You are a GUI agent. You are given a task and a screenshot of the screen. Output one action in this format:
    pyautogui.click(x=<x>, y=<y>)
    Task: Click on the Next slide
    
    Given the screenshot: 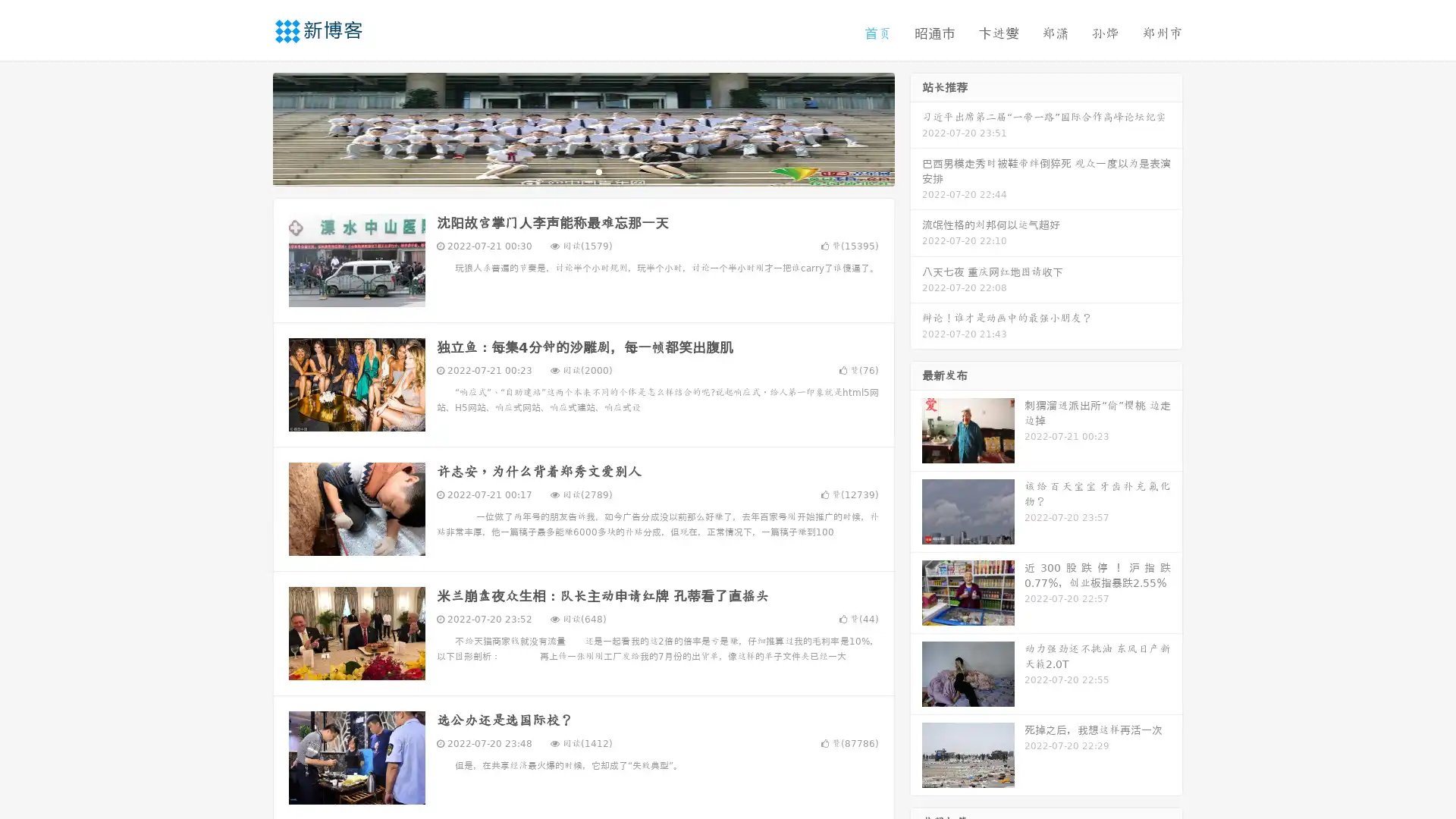 What is the action you would take?
    pyautogui.click(x=916, y=127)
    